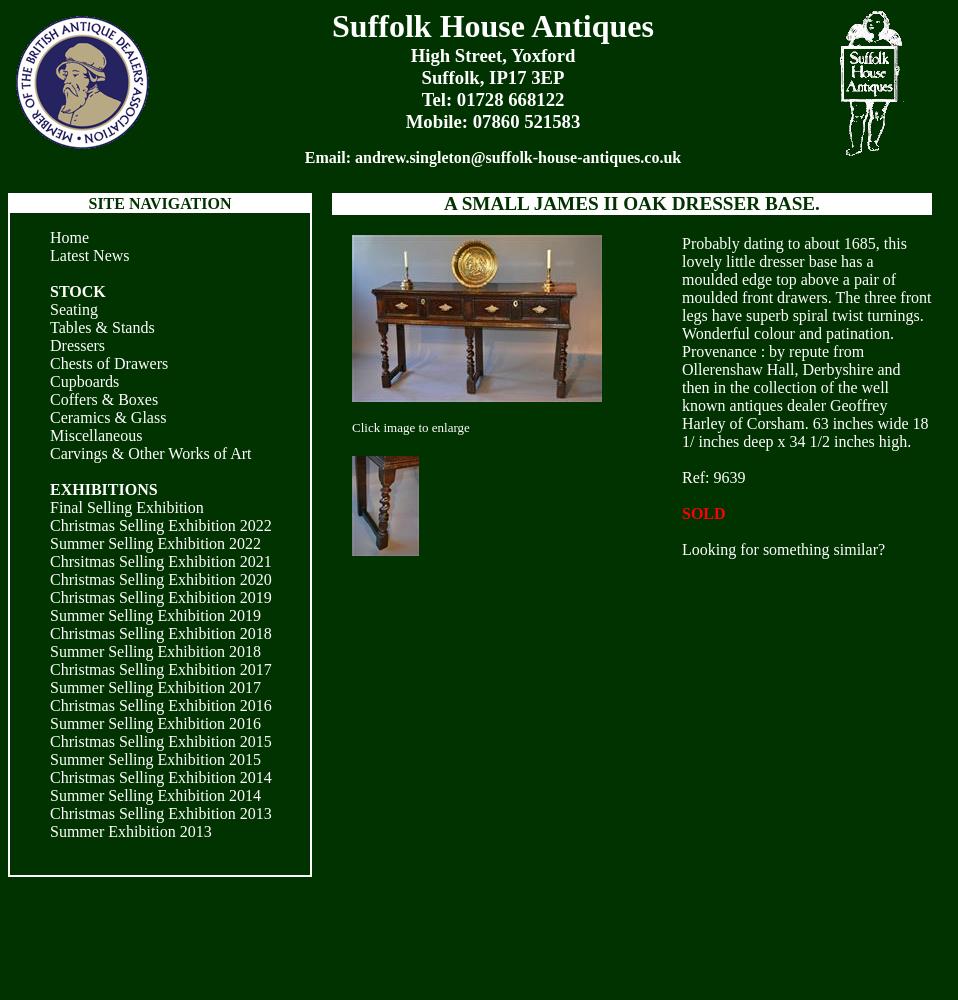  Describe the element at coordinates (159, 740) in the screenshot. I see `'Christmas Selling Exhibition 2015'` at that location.